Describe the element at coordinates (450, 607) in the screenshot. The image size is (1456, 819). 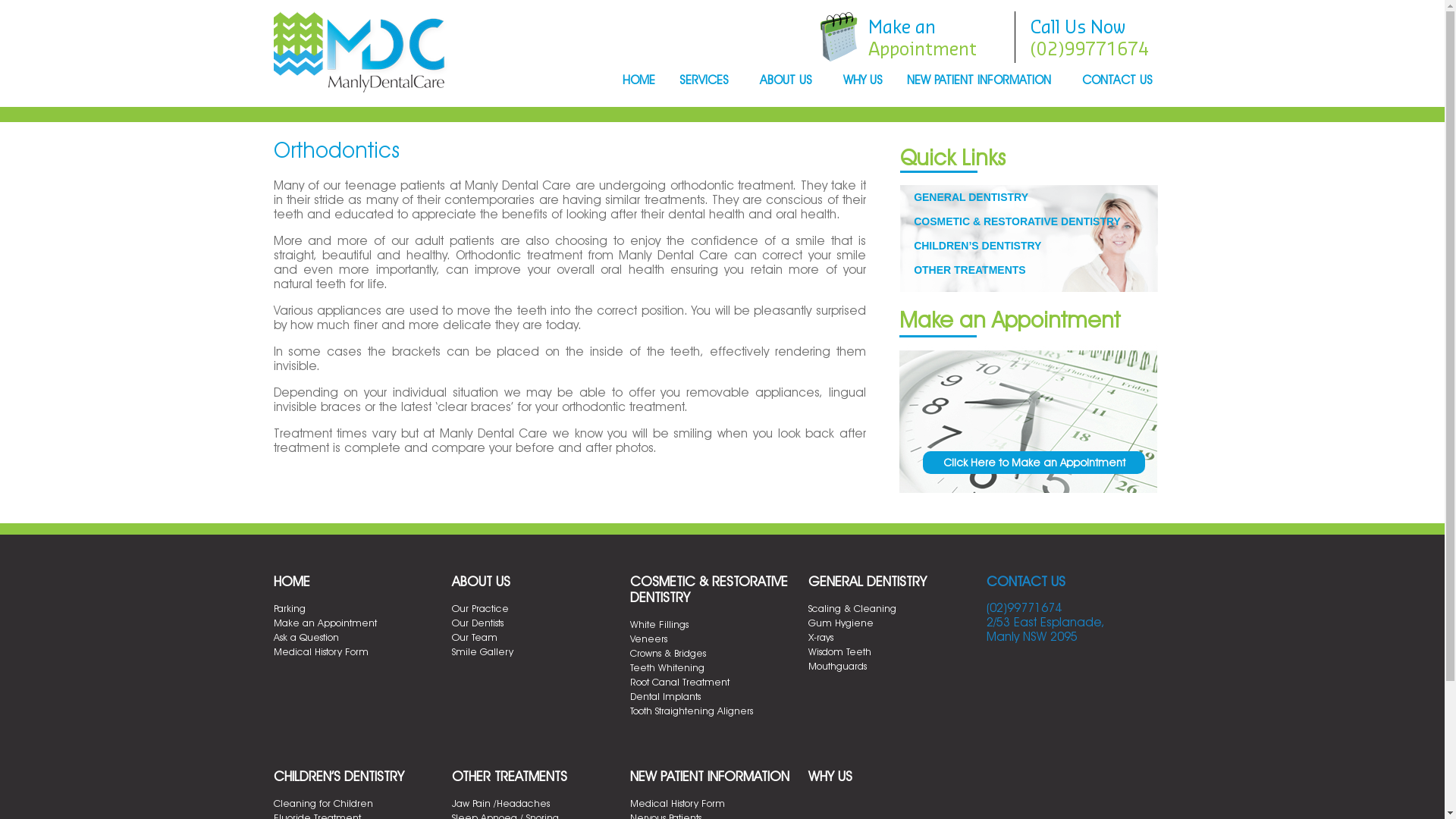
I see `'Our Practice'` at that location.